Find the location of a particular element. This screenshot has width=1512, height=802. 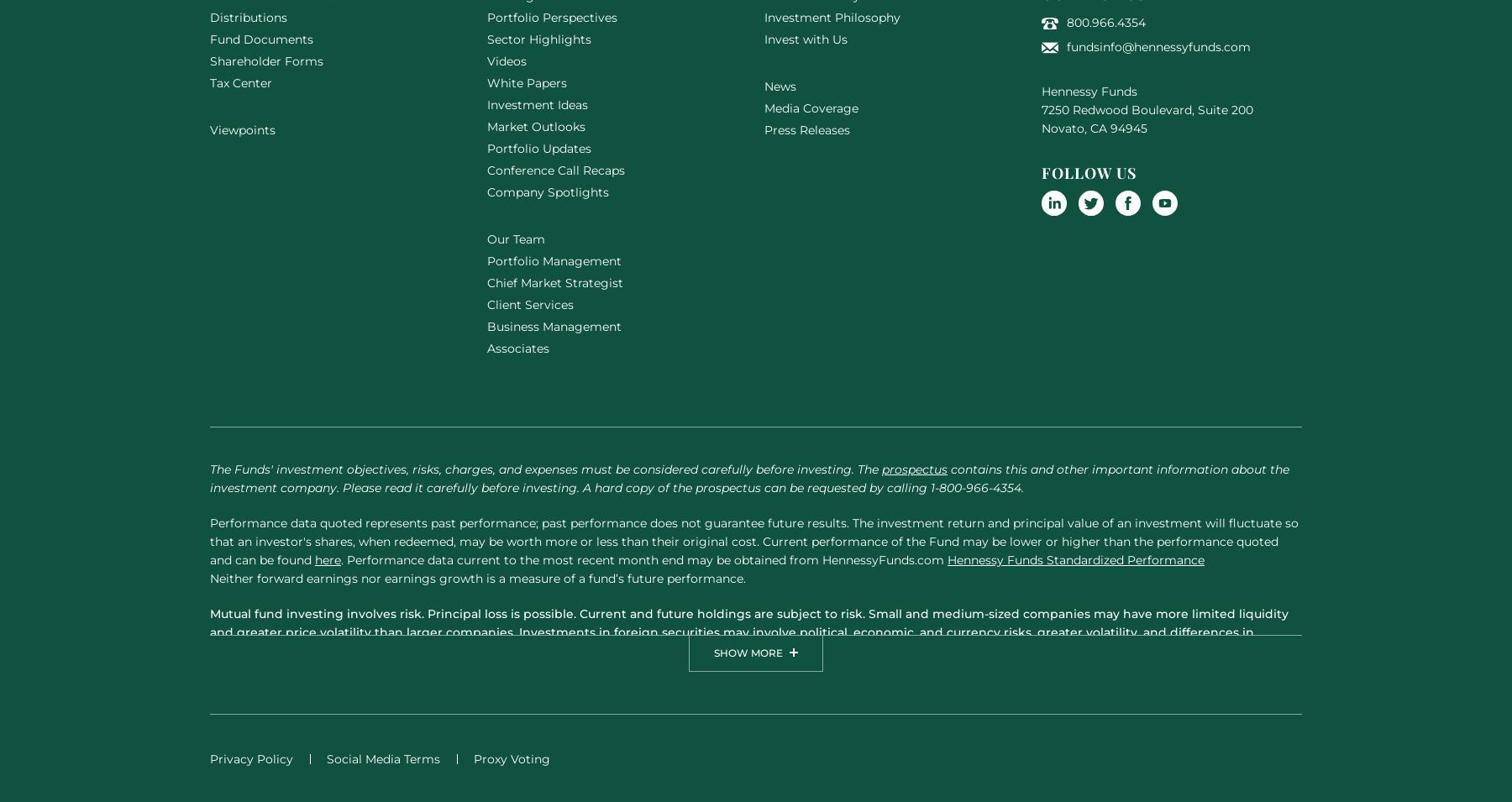

'Investment Ideas' is located at coordinates (538, 102).